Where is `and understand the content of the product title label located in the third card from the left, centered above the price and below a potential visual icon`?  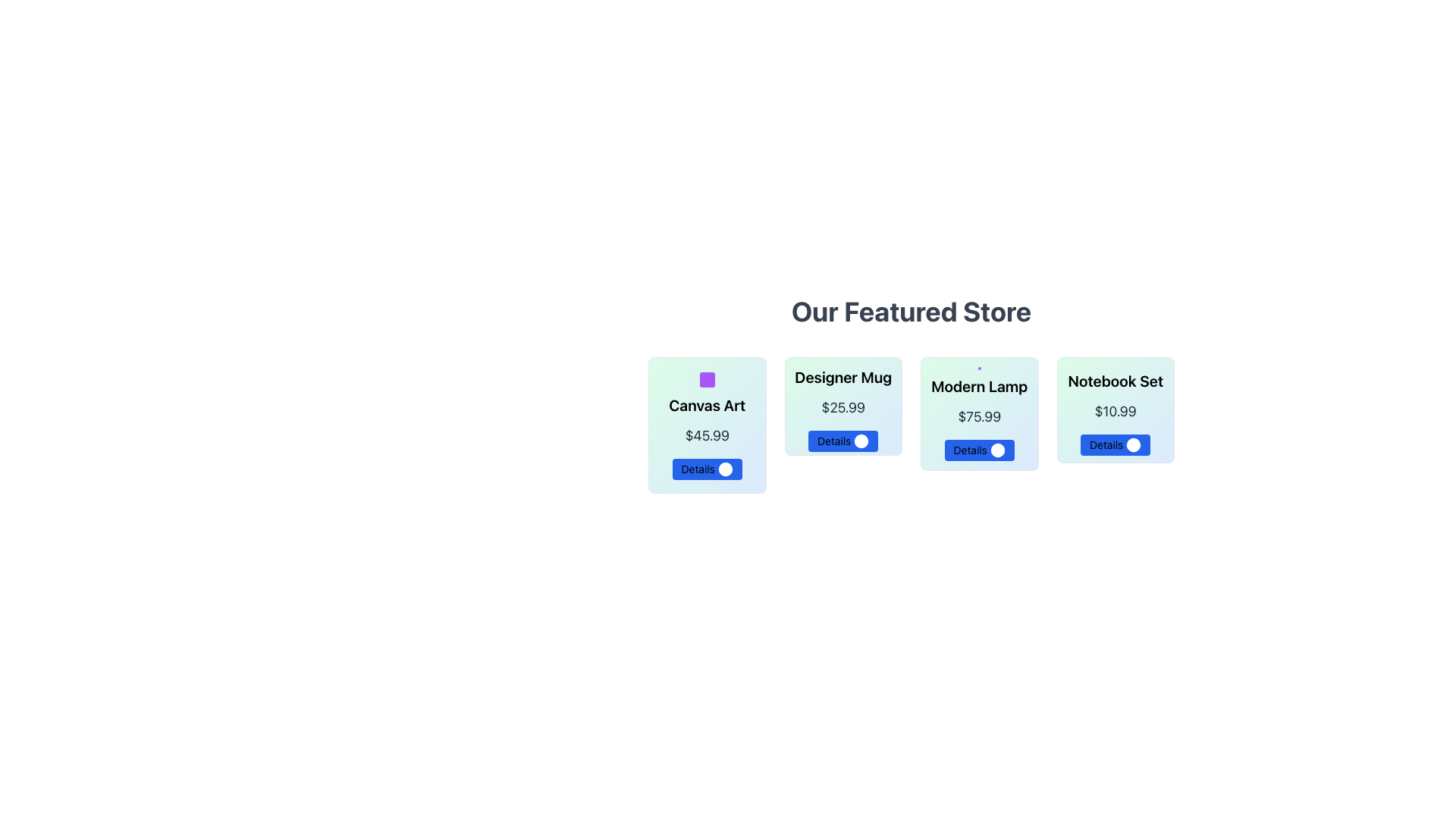 and understand the content of the product title label located in the third card from the left, centered above the price and below a potential visual icon is located at coordinates (979, 385).